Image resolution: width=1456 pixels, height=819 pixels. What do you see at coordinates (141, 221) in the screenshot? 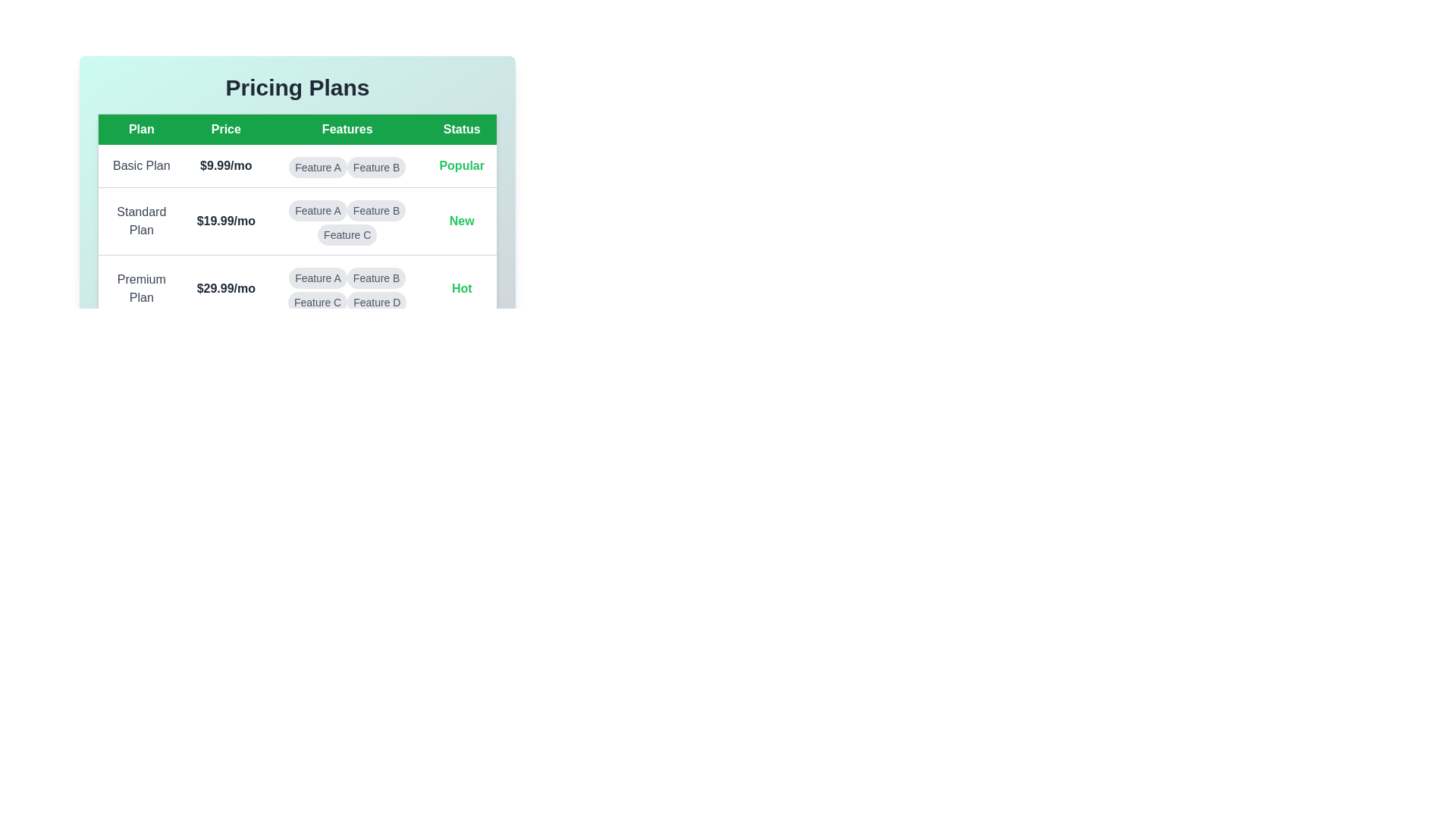
I see `the plan Standard Plan to analyze its features` at bounding box center [141, 221].